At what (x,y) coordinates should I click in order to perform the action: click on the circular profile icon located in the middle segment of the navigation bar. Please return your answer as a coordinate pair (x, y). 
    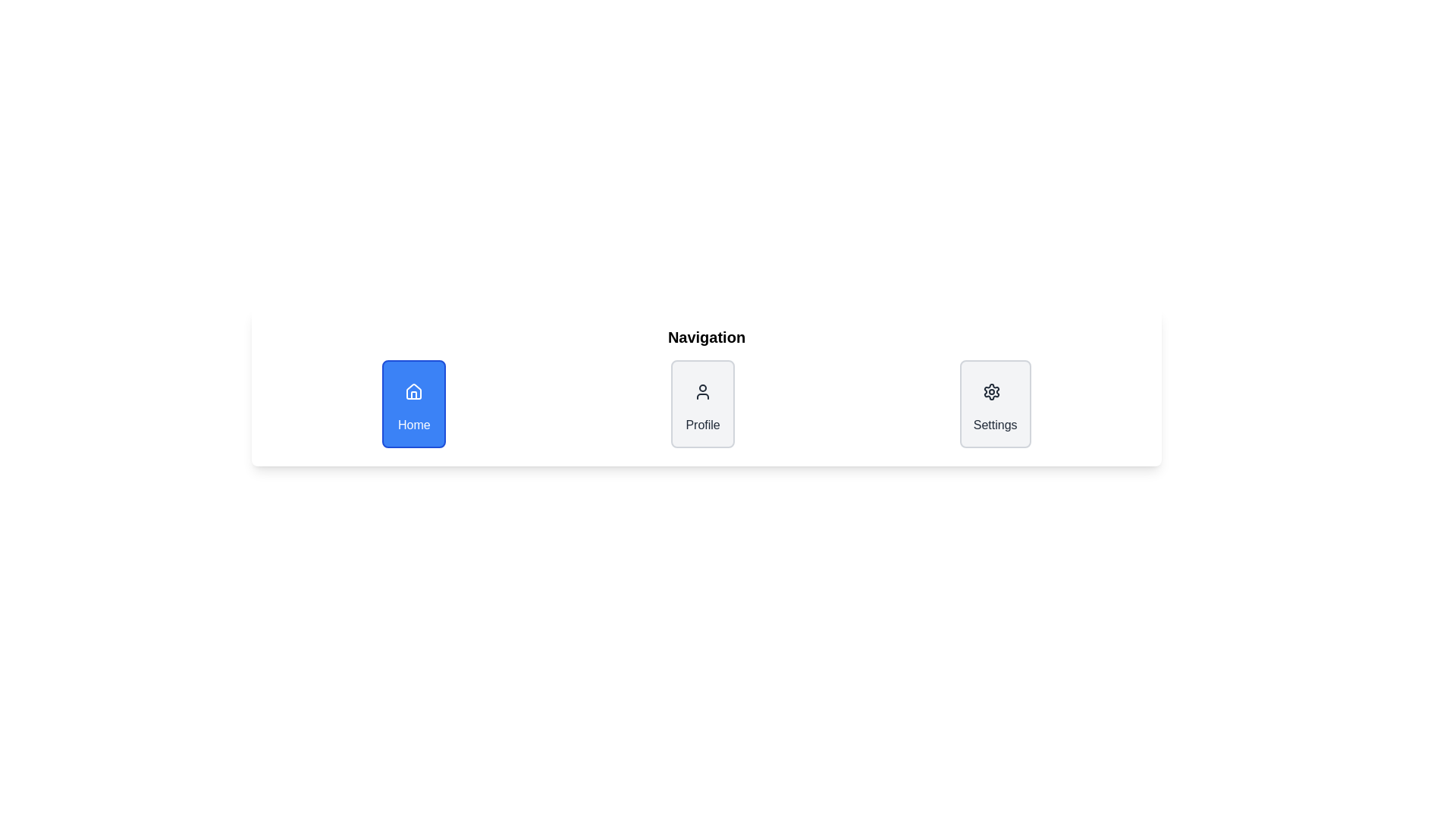
    Looking at the image, I should click on (702, 391).